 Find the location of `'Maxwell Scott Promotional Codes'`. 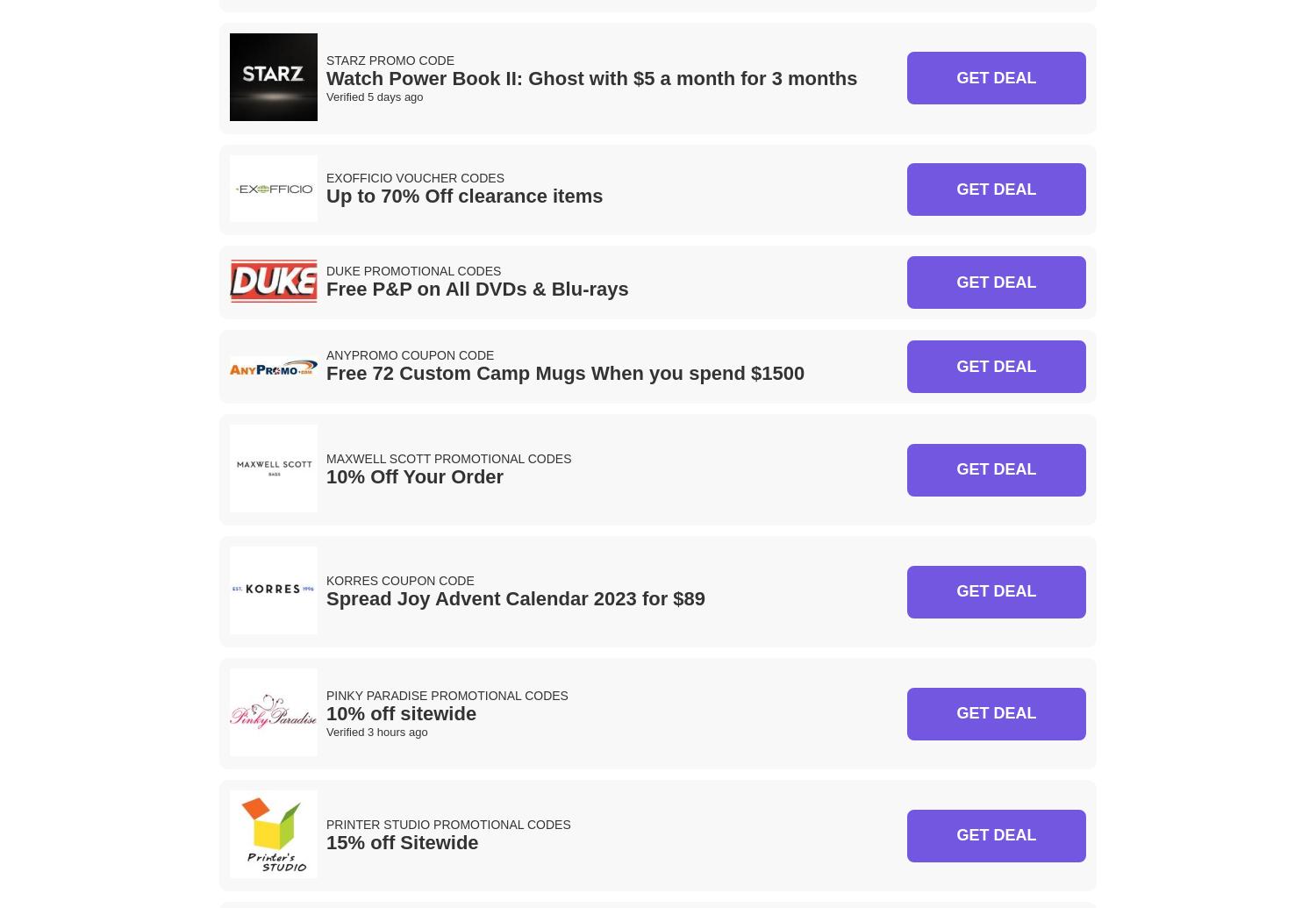

'Maxwell Scott Promotional Codes' is located at coordinates (448, 456).